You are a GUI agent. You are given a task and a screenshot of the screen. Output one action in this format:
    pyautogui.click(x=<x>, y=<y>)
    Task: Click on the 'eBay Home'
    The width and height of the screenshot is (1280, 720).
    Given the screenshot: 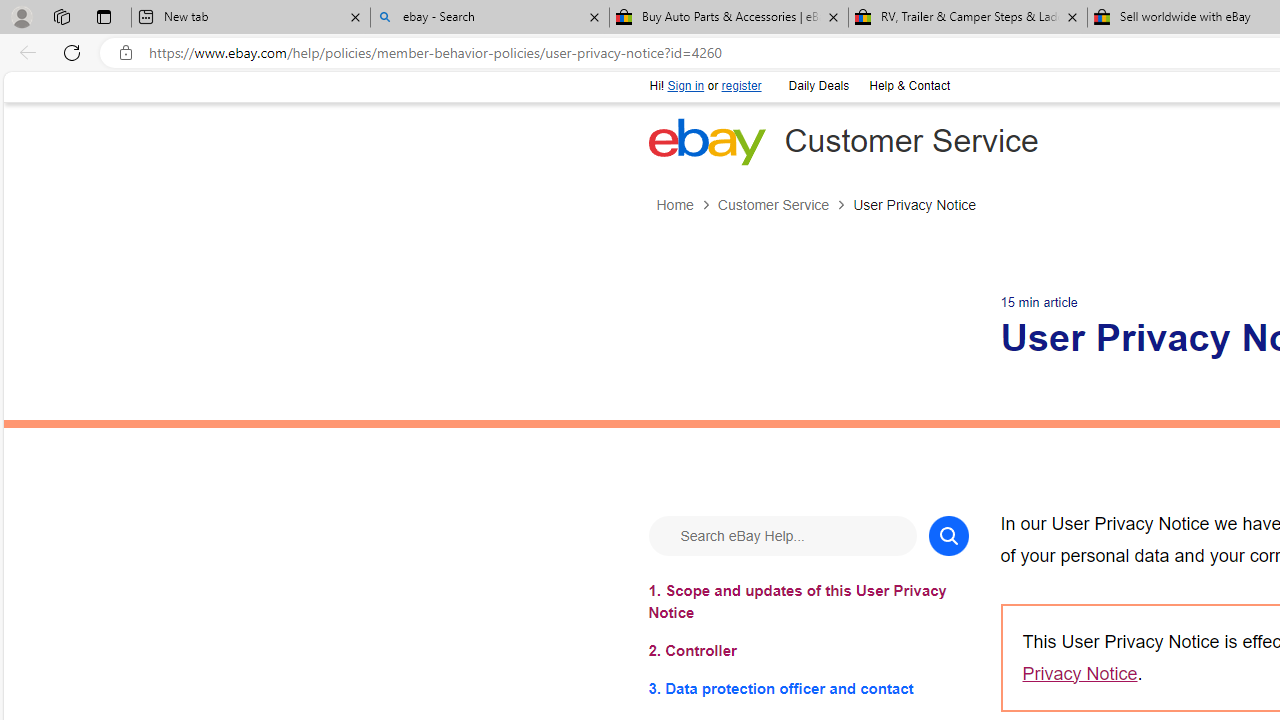 What is the action you would take?
    pyautogui.click(x=706, y=140)
    